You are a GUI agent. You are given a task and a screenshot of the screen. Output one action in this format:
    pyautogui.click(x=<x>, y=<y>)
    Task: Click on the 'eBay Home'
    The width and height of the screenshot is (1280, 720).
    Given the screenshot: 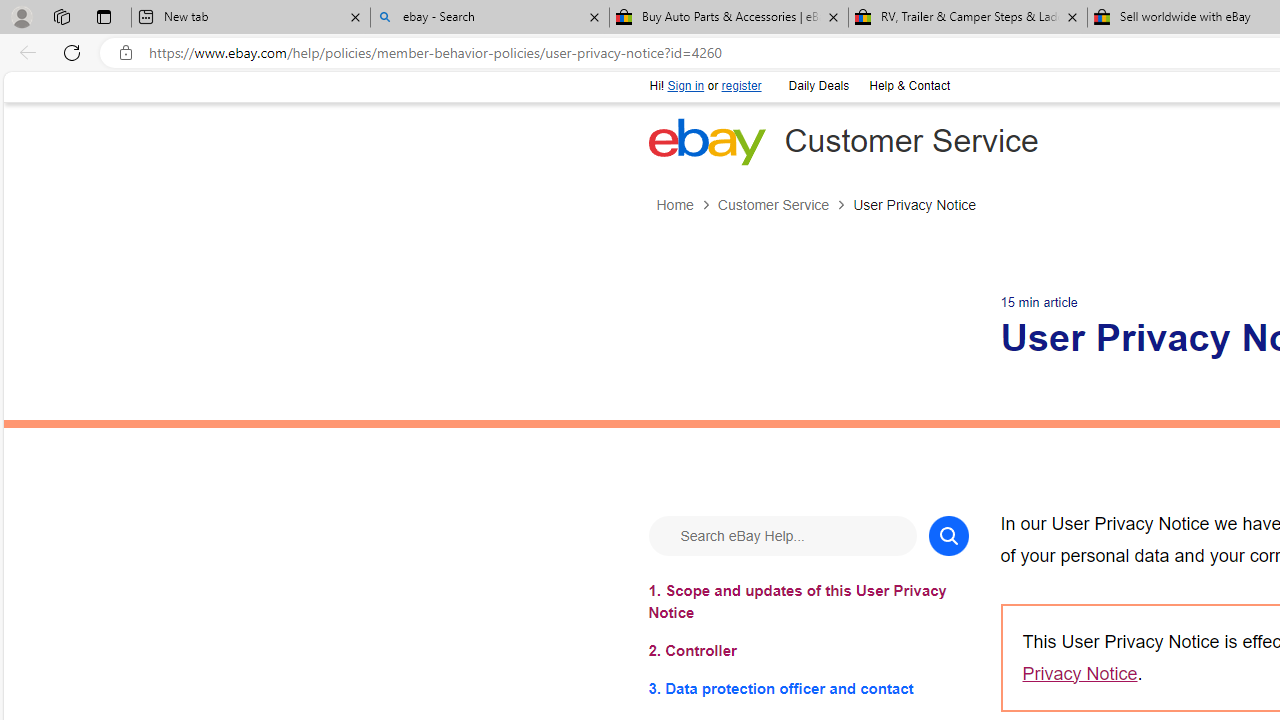 What is the action you would take?
    pyautogui.click(x=706, y=140)
    